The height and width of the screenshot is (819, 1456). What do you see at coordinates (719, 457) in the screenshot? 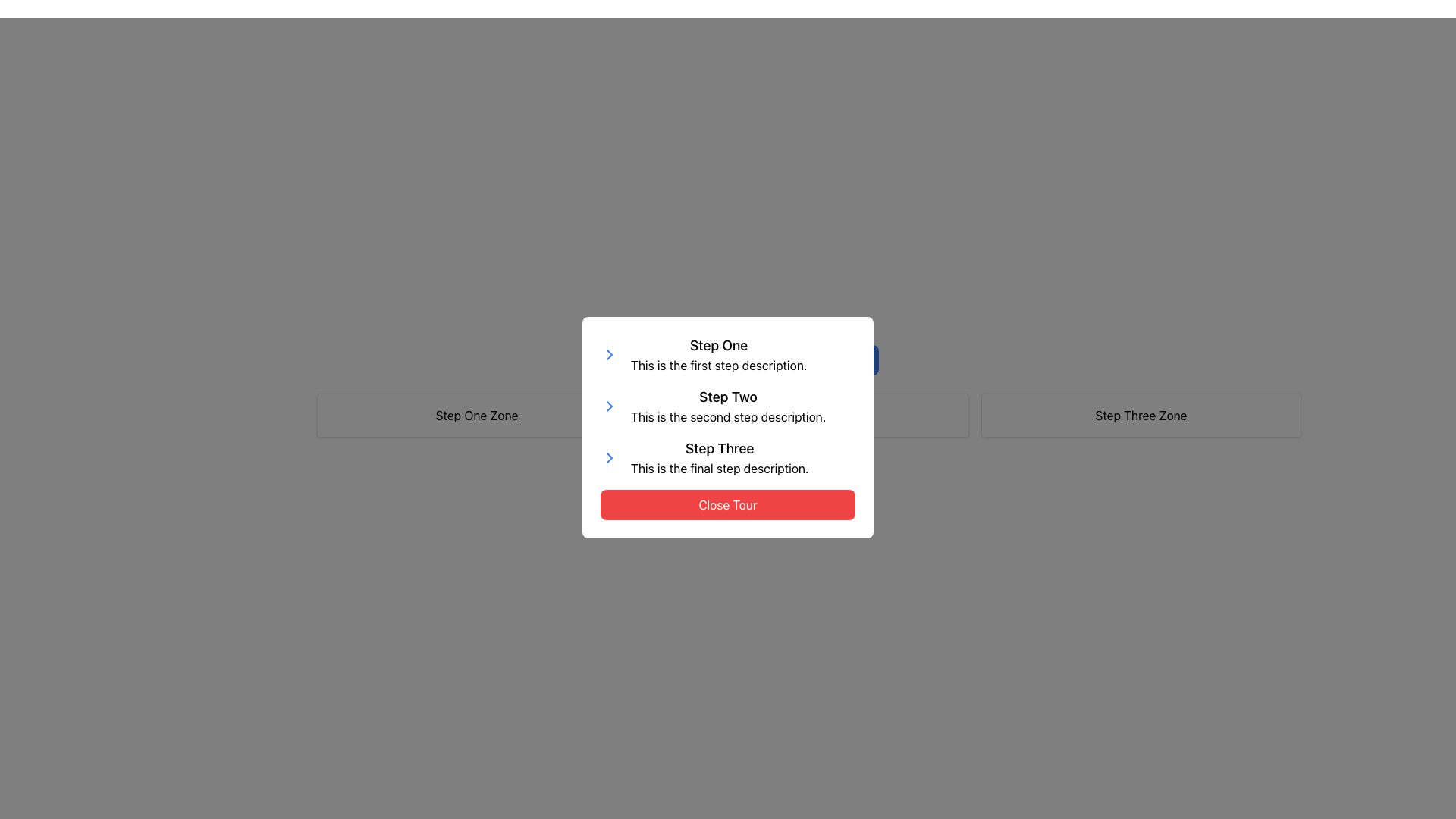
I see `the third text label in the tutorial guide steps displayed in the pop-up panel` at bounding box center [719, 457].